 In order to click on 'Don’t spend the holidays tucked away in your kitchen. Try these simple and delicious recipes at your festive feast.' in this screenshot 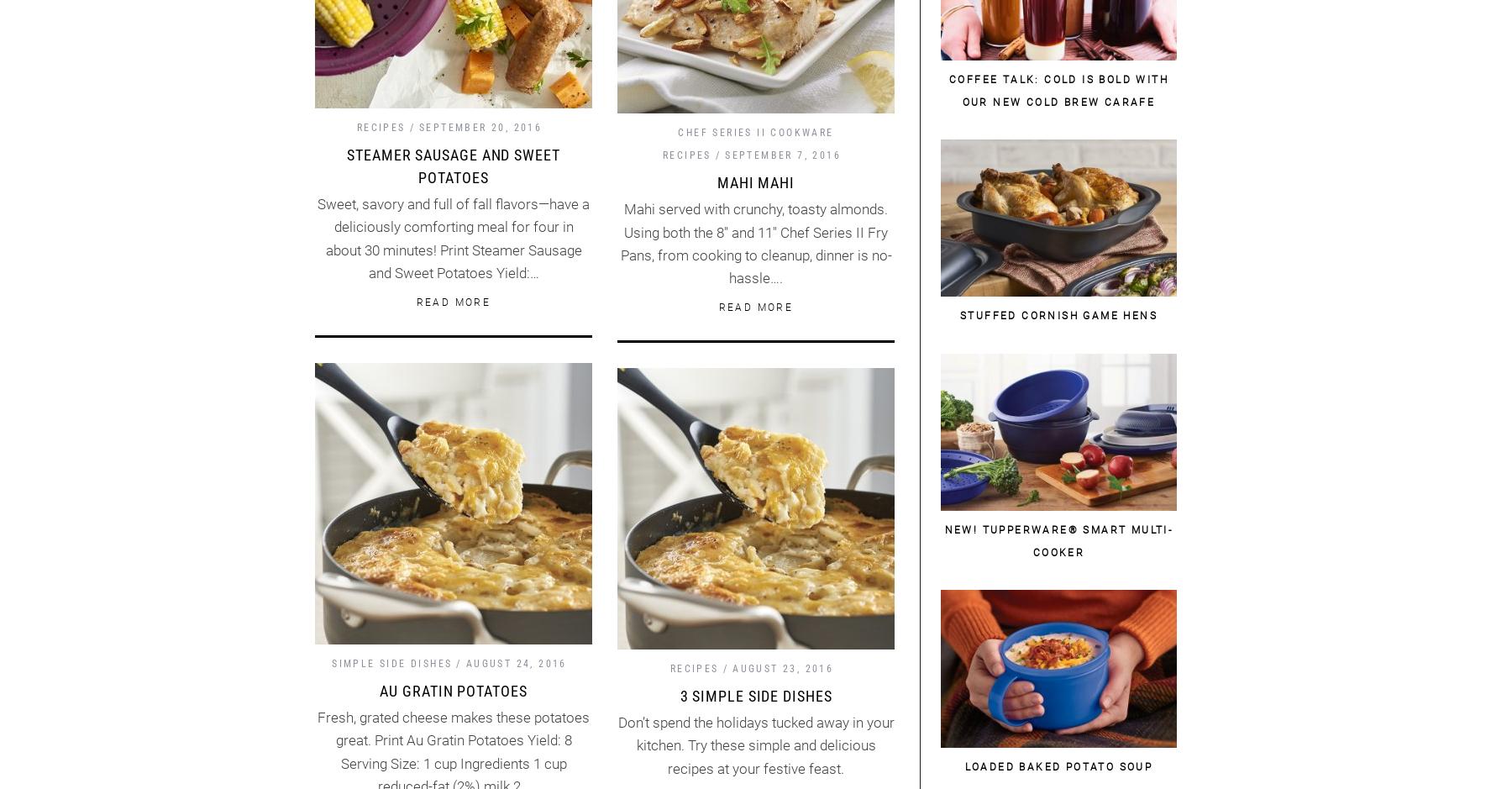, I will do `click(755, 744)`.